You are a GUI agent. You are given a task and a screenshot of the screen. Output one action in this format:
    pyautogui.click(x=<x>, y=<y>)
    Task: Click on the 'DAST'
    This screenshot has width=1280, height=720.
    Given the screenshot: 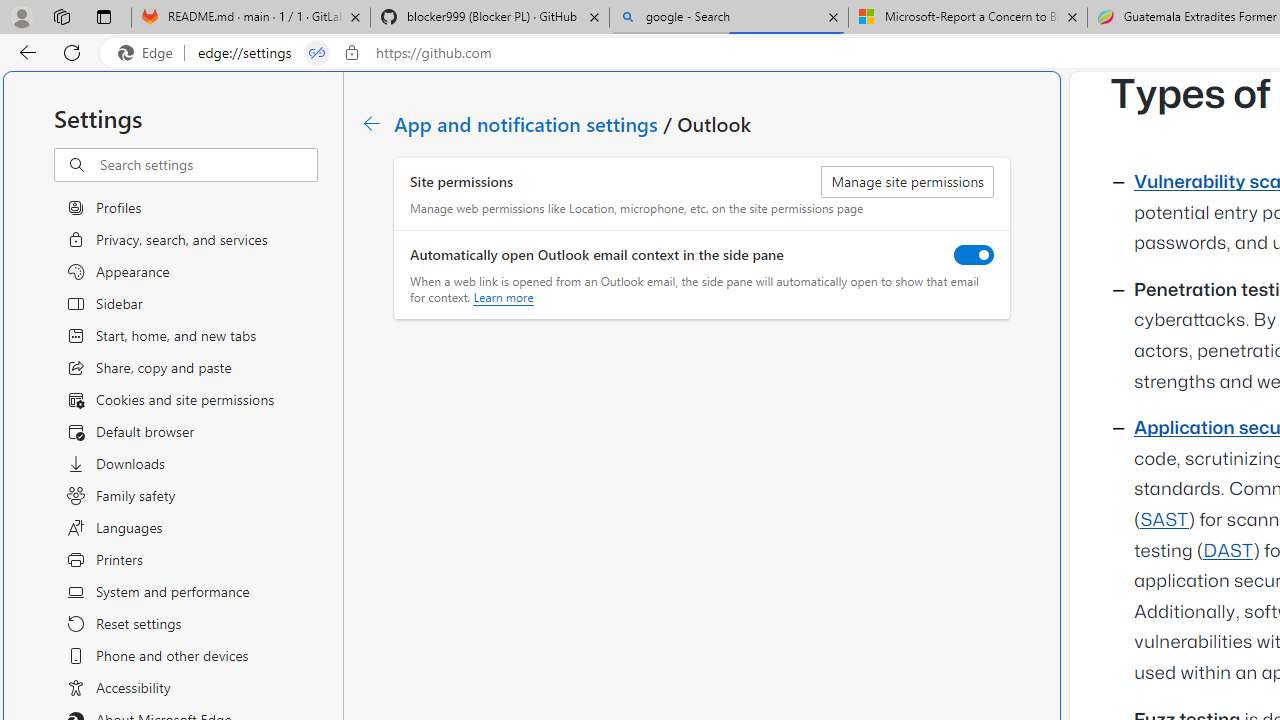 What is the action you would take?
    pyautogui.click(x=1227, y=551)
    